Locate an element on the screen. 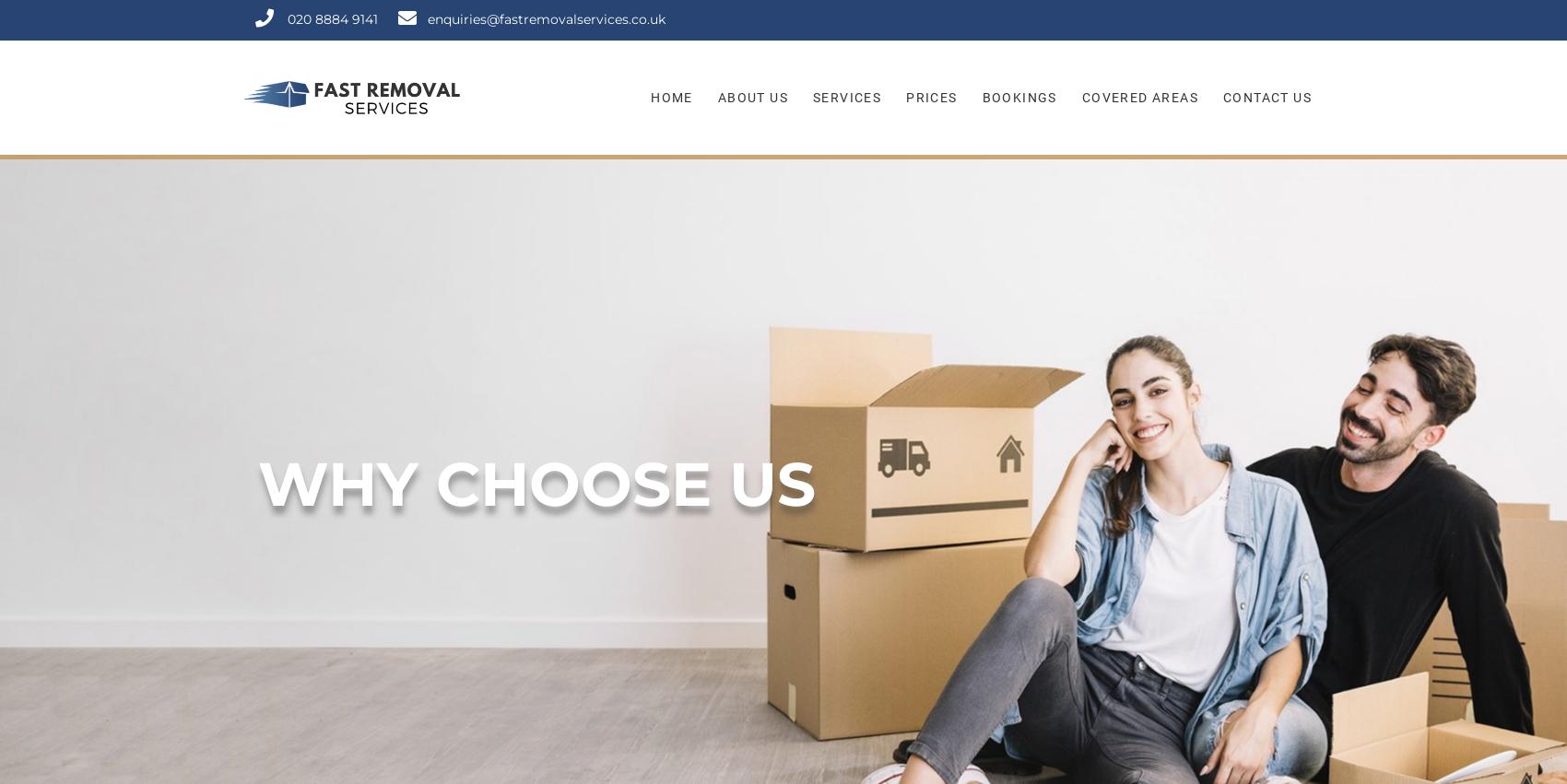  'Cleaning Services' is located at coordinates (867, 381).